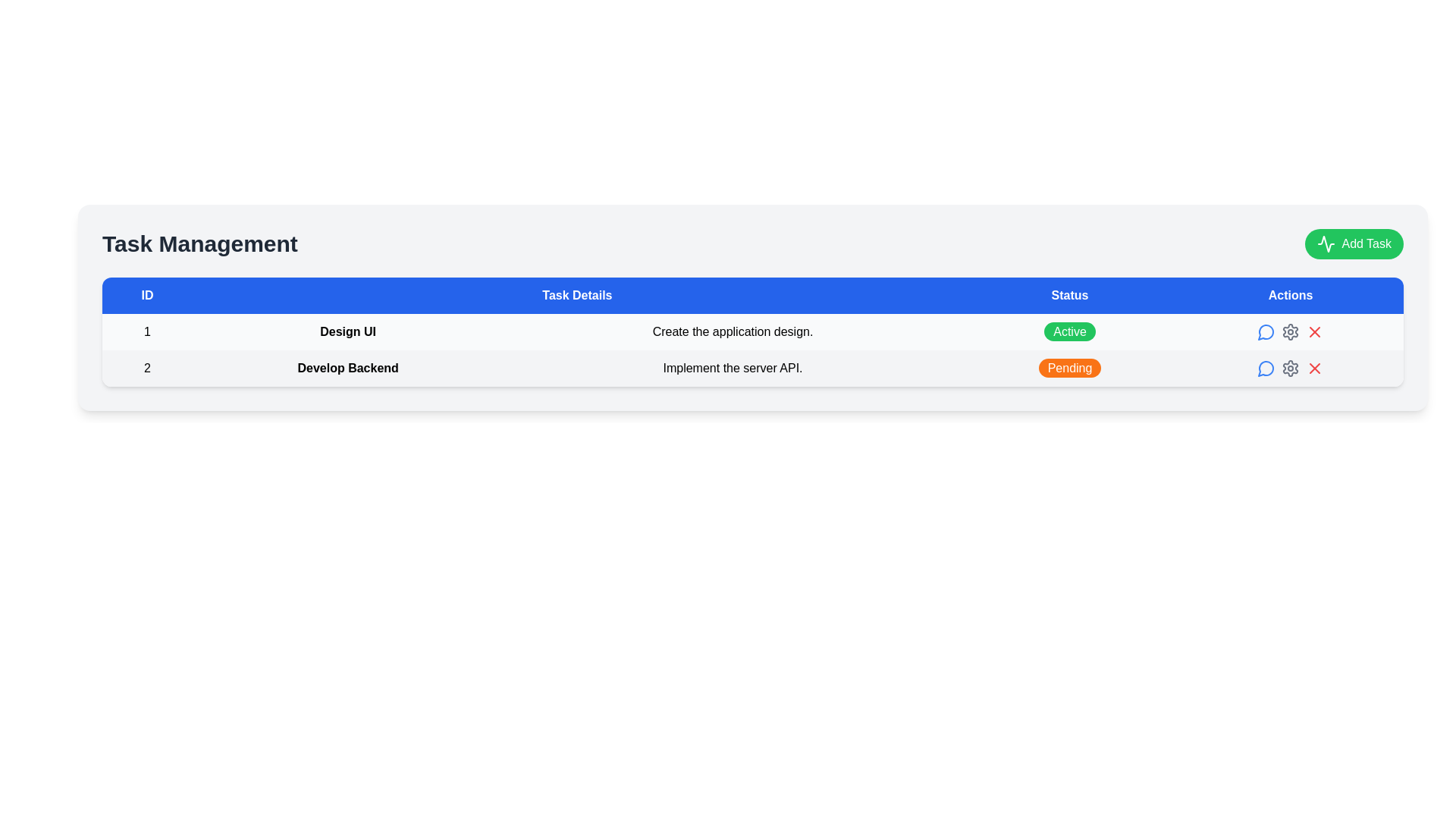  What do you see at coordinates (1290, 331) in the screenshot?
I see `the Settings icon button, which is a gear-shaped gray icon located to the right of the comment bubble icon and to the left of the red delete icon in the action section of the 'Develop Backend' task` at bounding box center [1290, 331].